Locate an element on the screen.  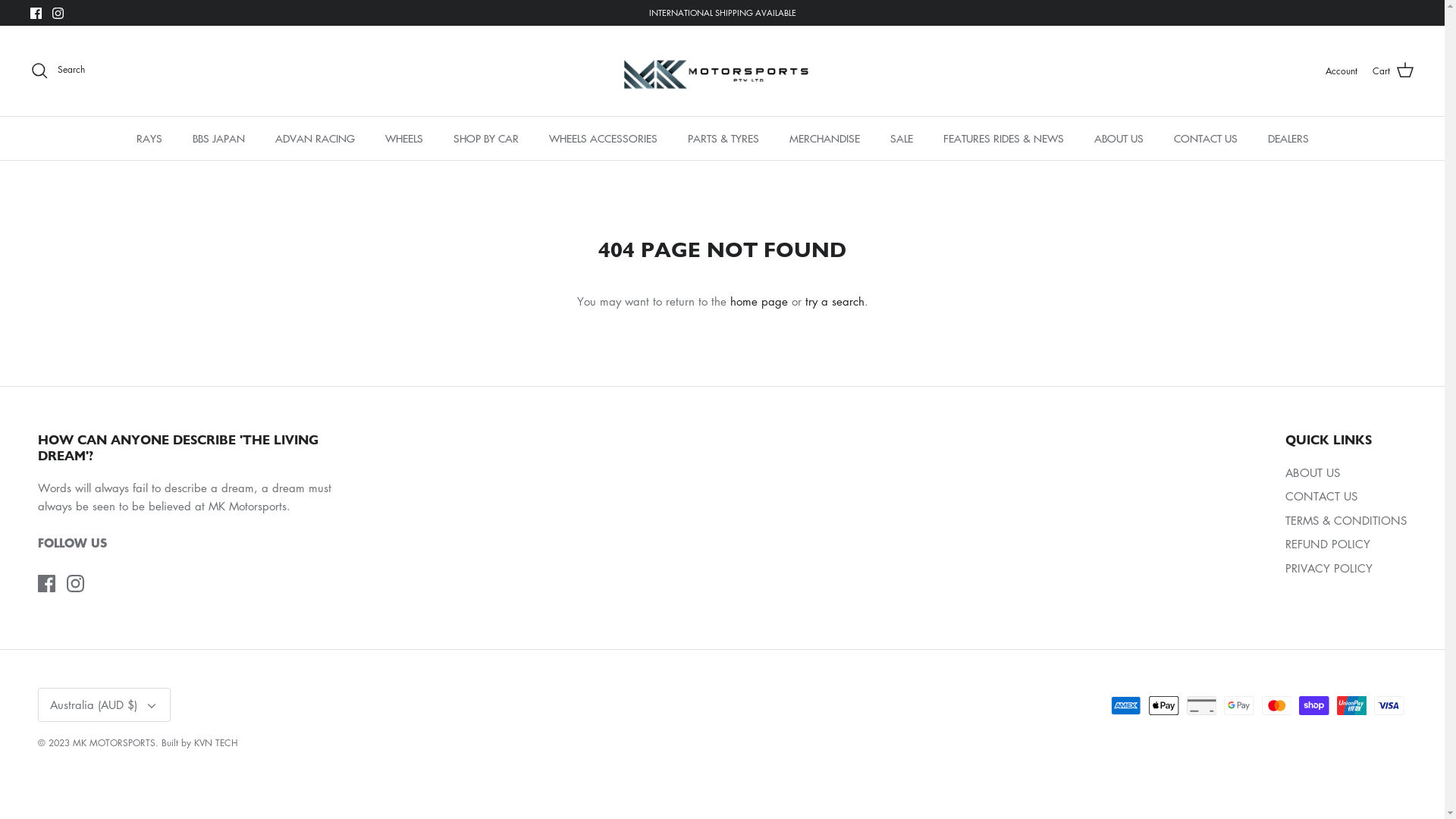
'Built by KVN TECH' is located at coordinates (199, 742).